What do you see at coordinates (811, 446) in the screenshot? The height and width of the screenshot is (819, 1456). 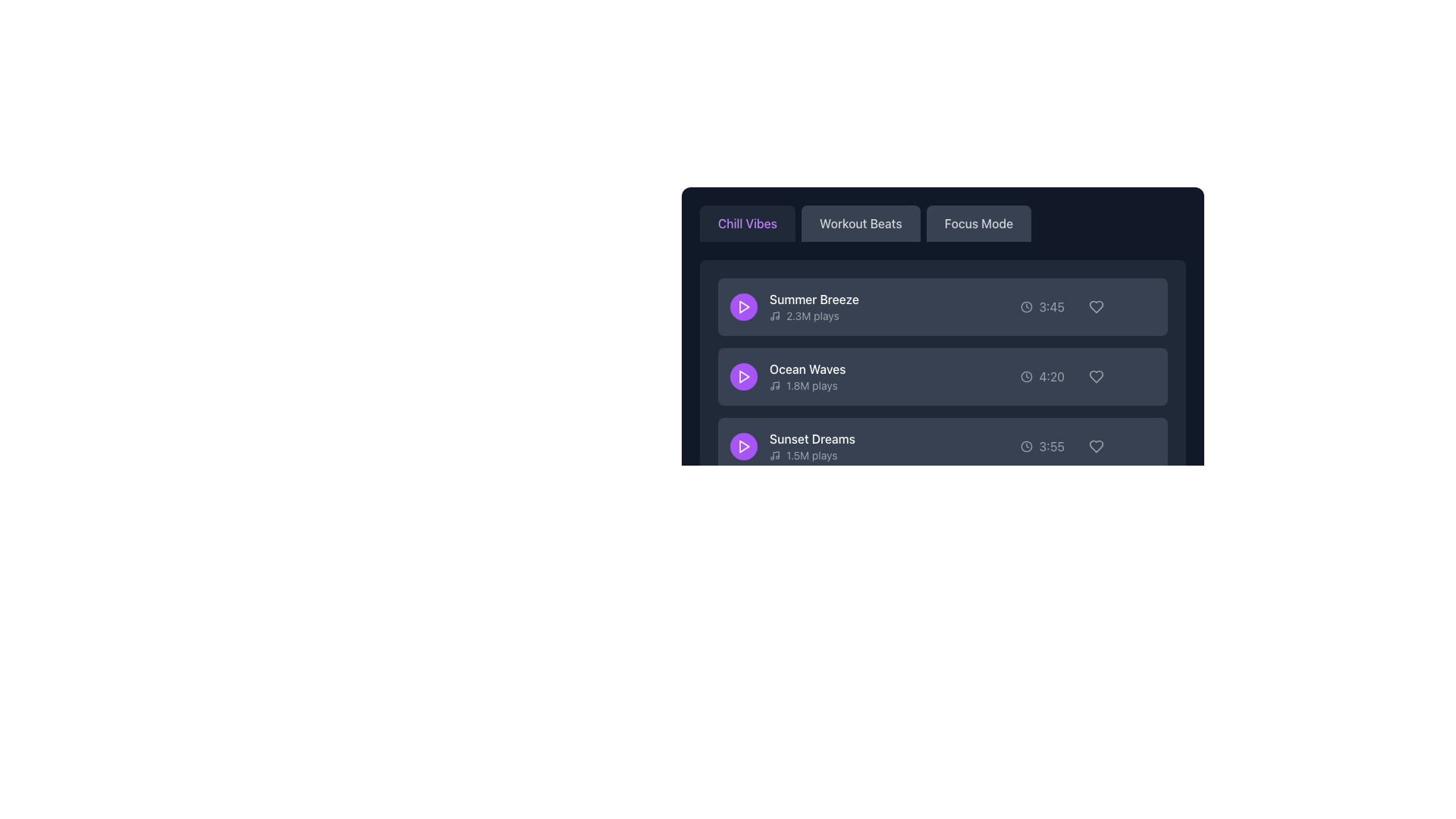 I see `displayed information of the Text label titled 'Sunset Dreams' with the play count '1.5M plays' located in the 'Chill Vibes' section` at bounding box center [811, 446].